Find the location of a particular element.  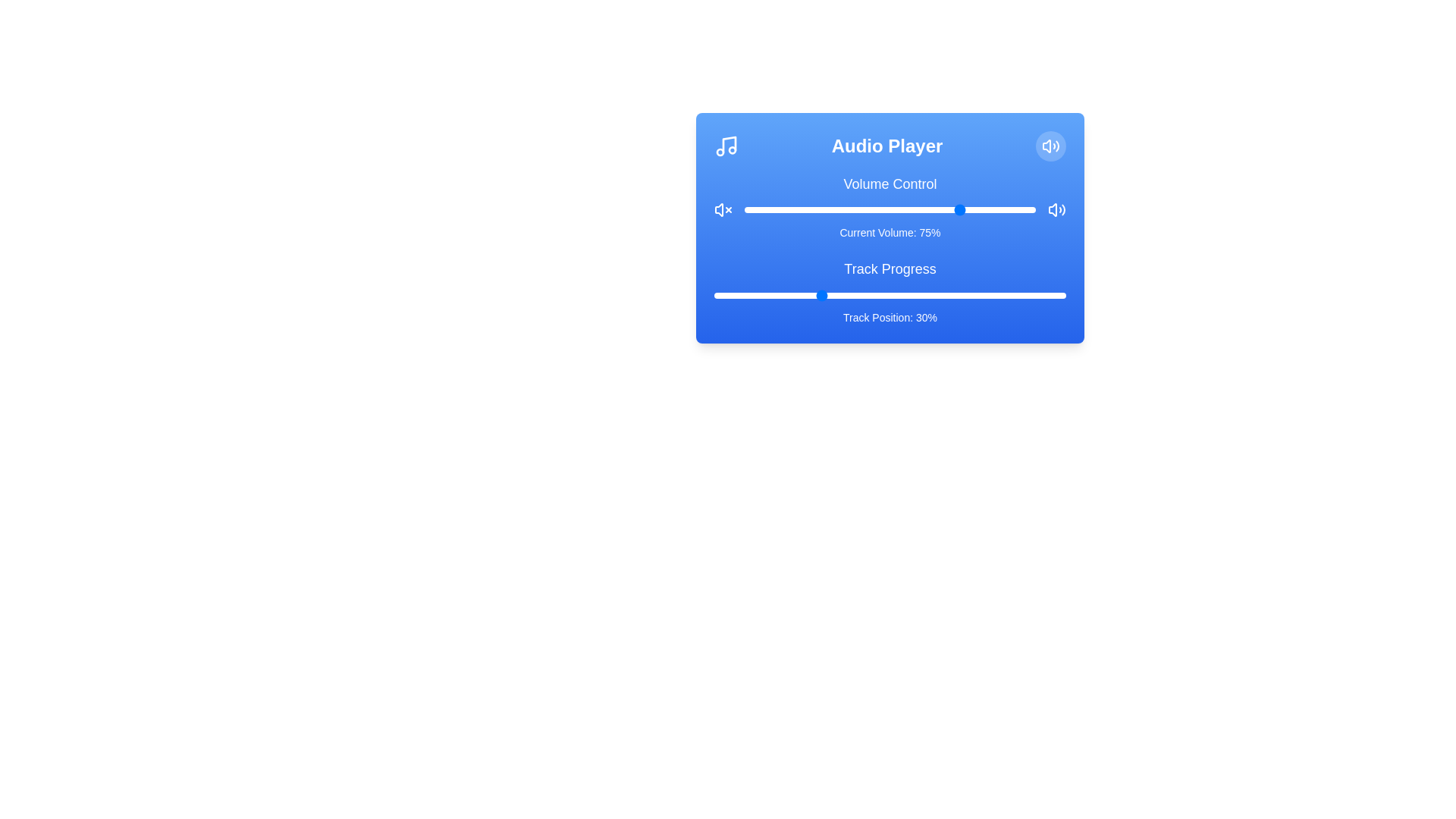

the musical notes icon located in the top-left section of the audio player's header, which is styled in white against a transparent background is located at coordinates (726, 146).